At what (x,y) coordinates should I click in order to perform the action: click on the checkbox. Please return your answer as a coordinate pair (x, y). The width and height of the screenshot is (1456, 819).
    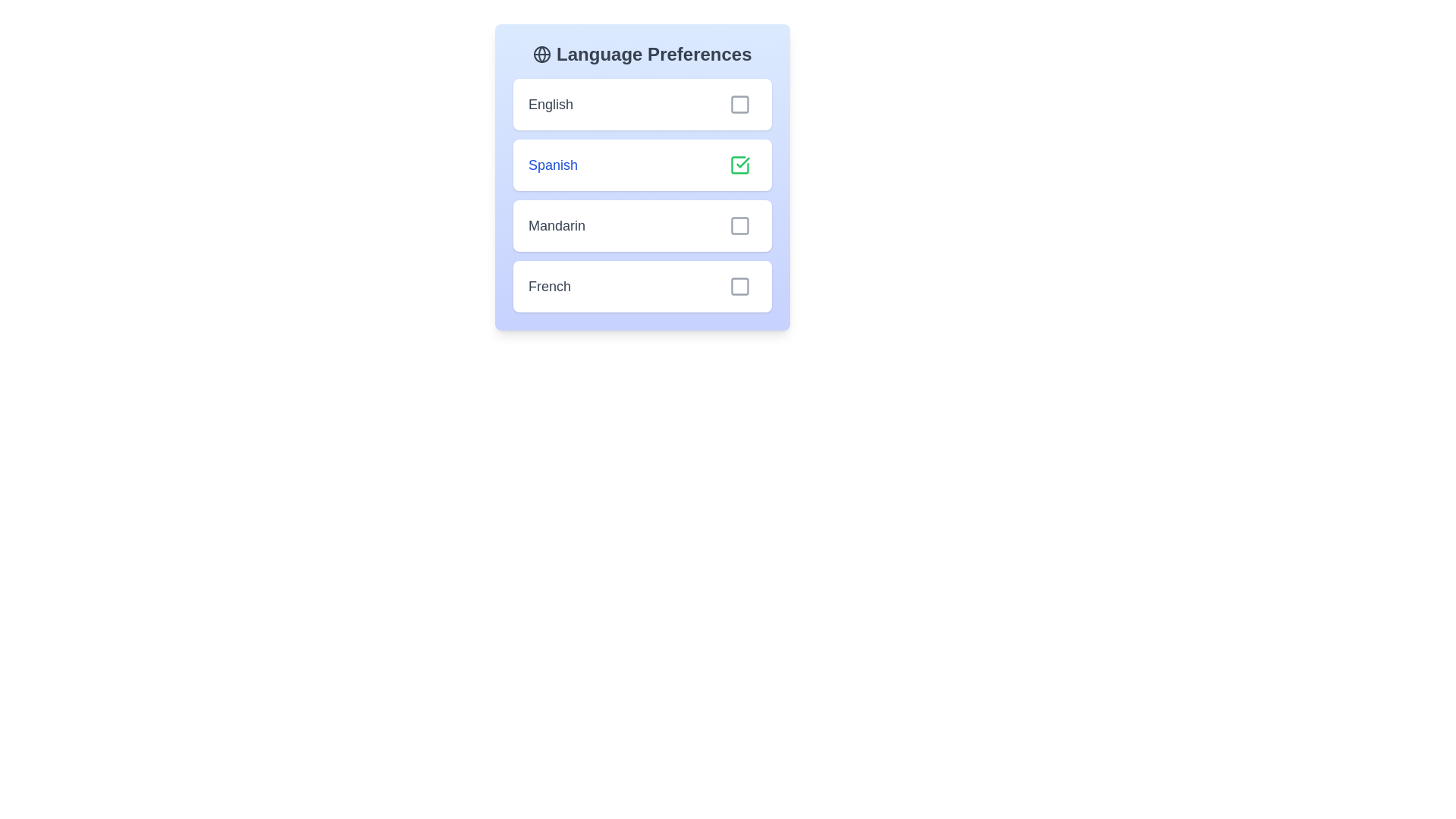
    Looking at the image, I should click on (739, 165).